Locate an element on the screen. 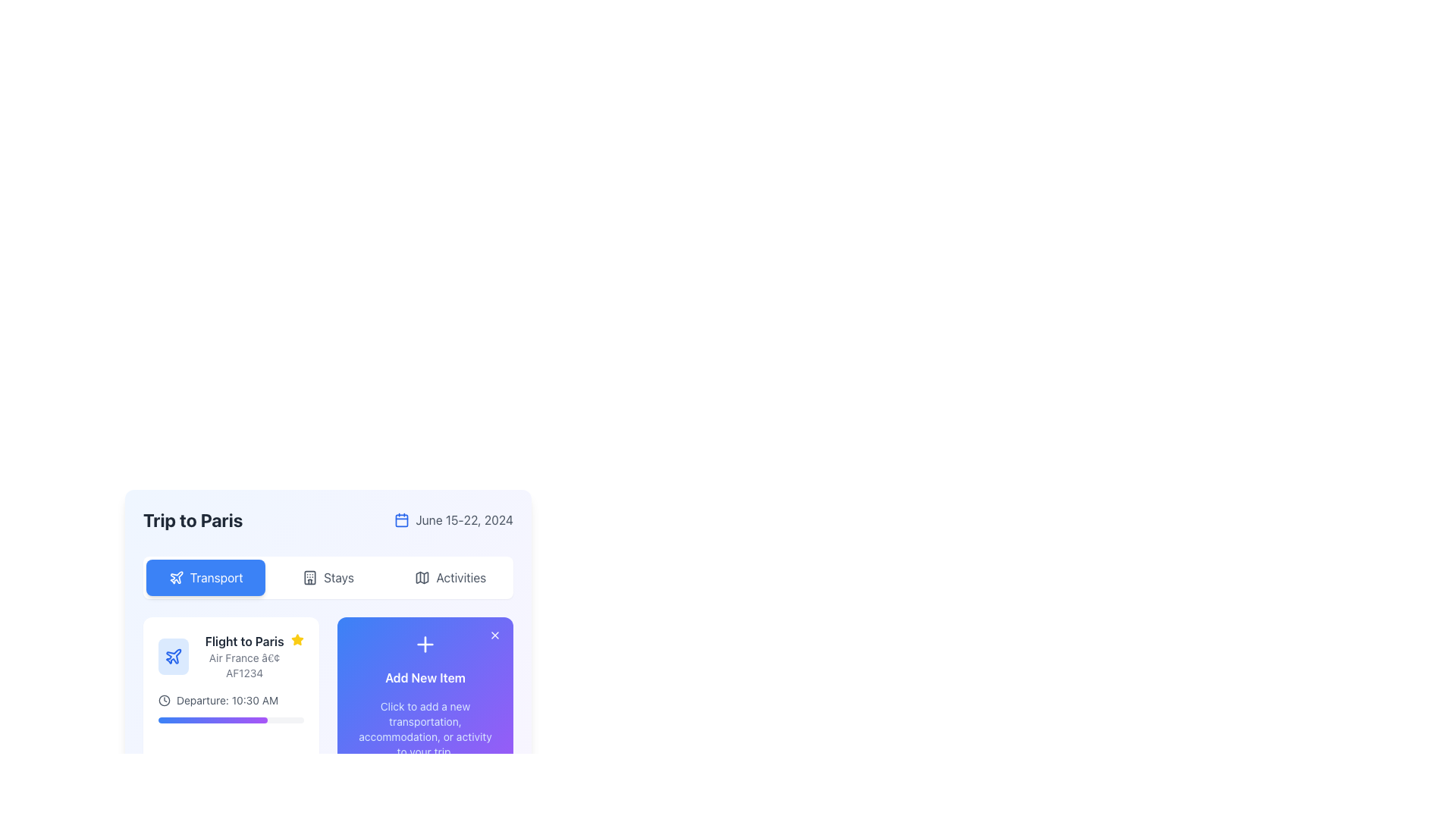 The height and width of the screenshot is (819, 1456). the calendar icon, which is a blue outlined square with a grid pattern and two vertical bars at the top, located to the left of the text 'June 15-22, 2024' in the top right corner of the interface is located at coordinates (402, 519).